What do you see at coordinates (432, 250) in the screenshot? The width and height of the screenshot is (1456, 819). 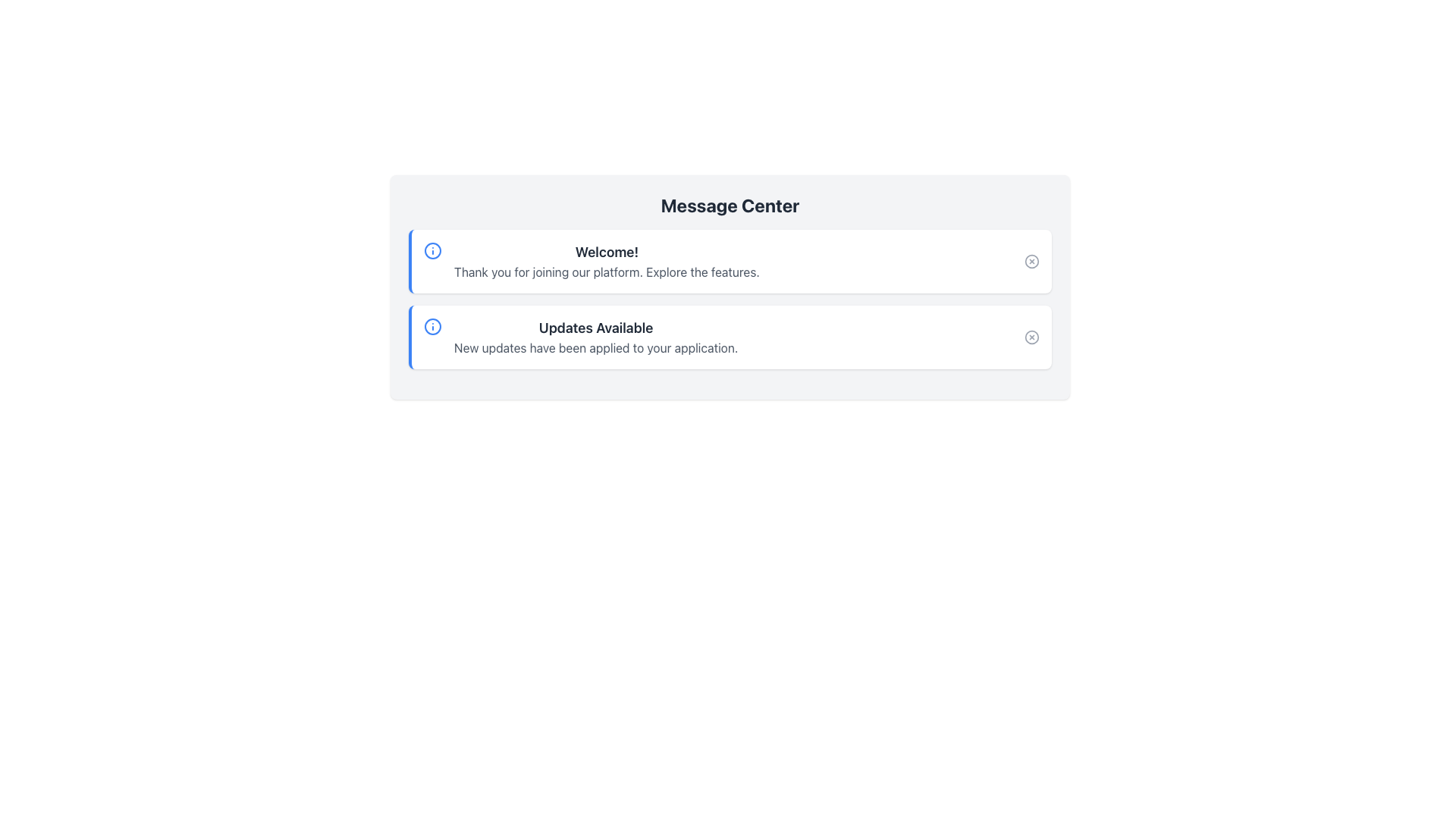 I see `the SVG Circle element that forms part of the information symbol in the first notification card of the Message Center` at bounding box center [432, 250].